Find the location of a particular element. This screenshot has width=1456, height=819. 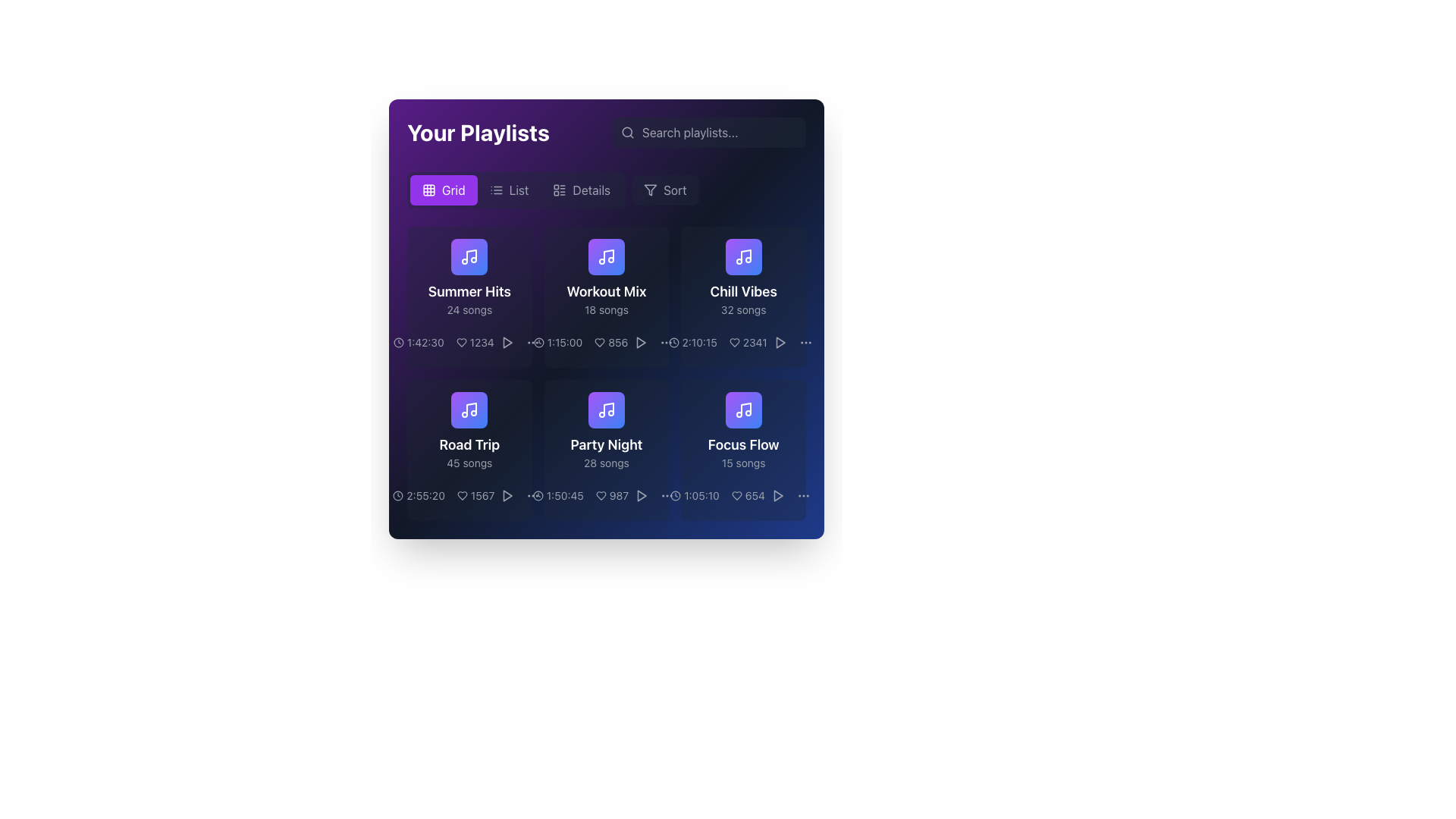

the musical note icon located in the 'Focus Flow' playlist section at the bottom right corner of the grid layout to interact with its associated functionality is located at coordinates (743, 409).